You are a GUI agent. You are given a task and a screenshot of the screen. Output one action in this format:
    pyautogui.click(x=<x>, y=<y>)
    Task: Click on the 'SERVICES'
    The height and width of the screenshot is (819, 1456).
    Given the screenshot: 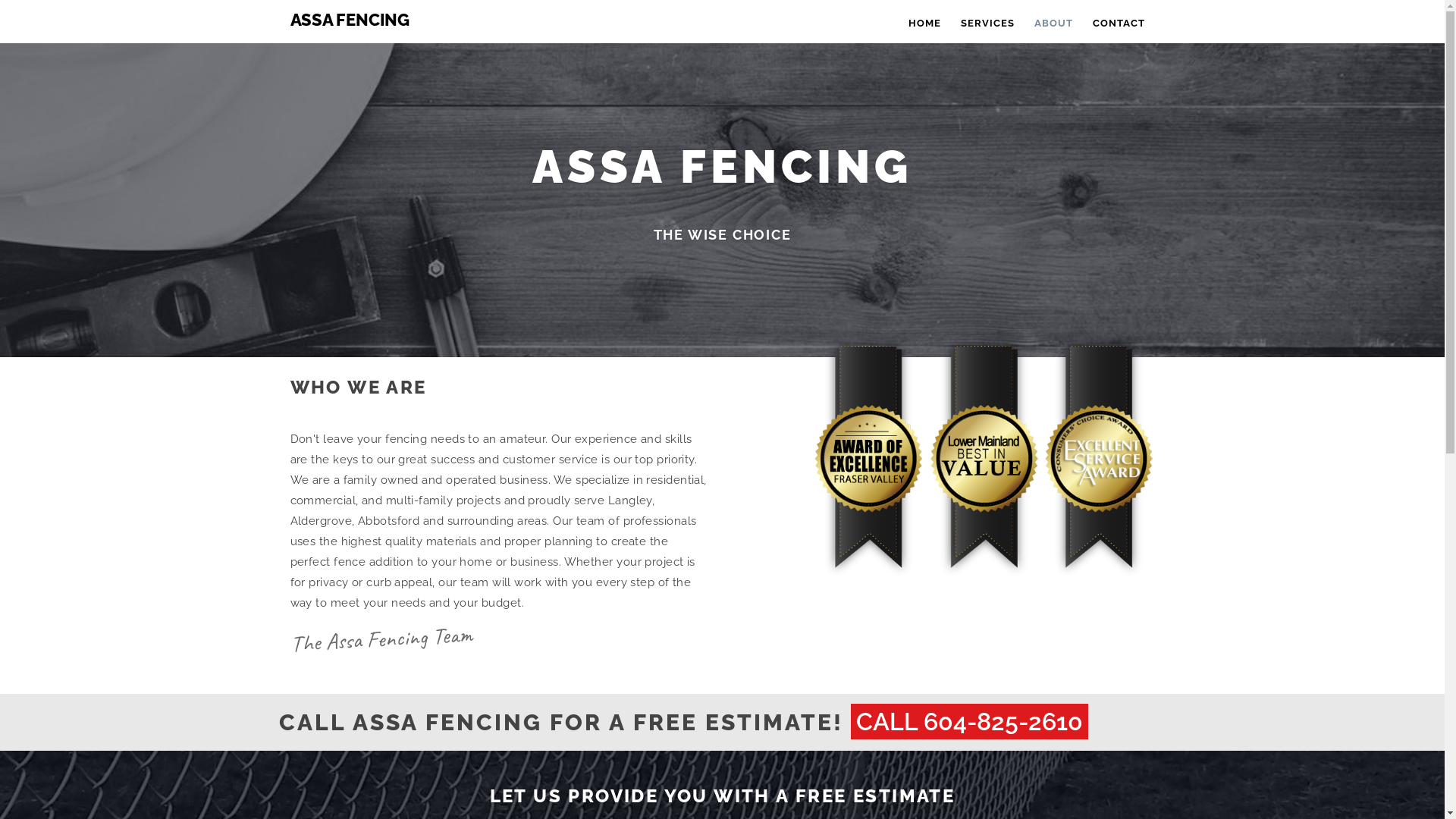 What is the action you would take?
    pyautogui.click(x=949, y=20)
    